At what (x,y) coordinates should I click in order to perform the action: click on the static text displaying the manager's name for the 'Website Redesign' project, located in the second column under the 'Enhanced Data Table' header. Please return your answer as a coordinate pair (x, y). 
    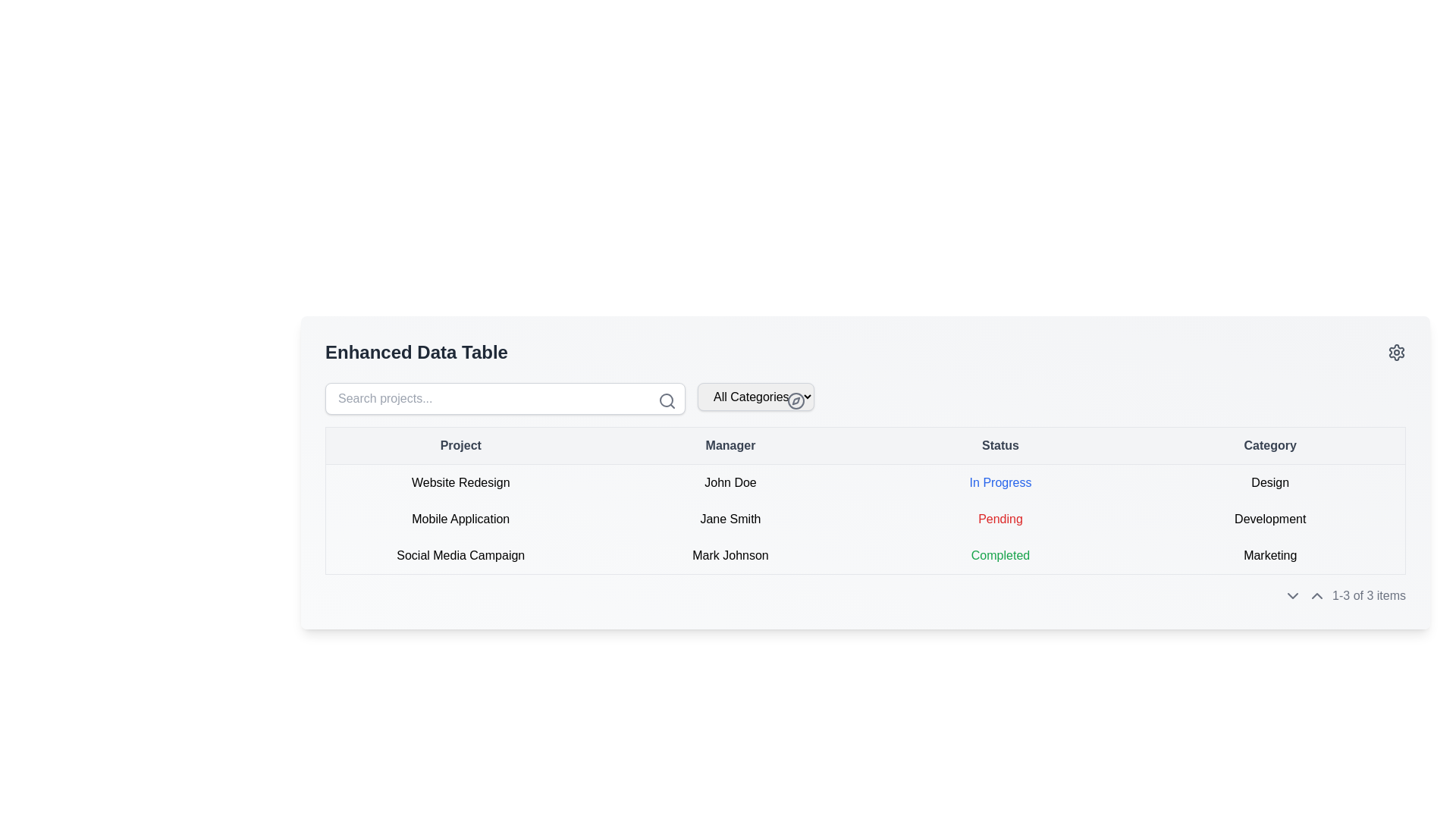
    Looking at the image, I should click on (730, 482).